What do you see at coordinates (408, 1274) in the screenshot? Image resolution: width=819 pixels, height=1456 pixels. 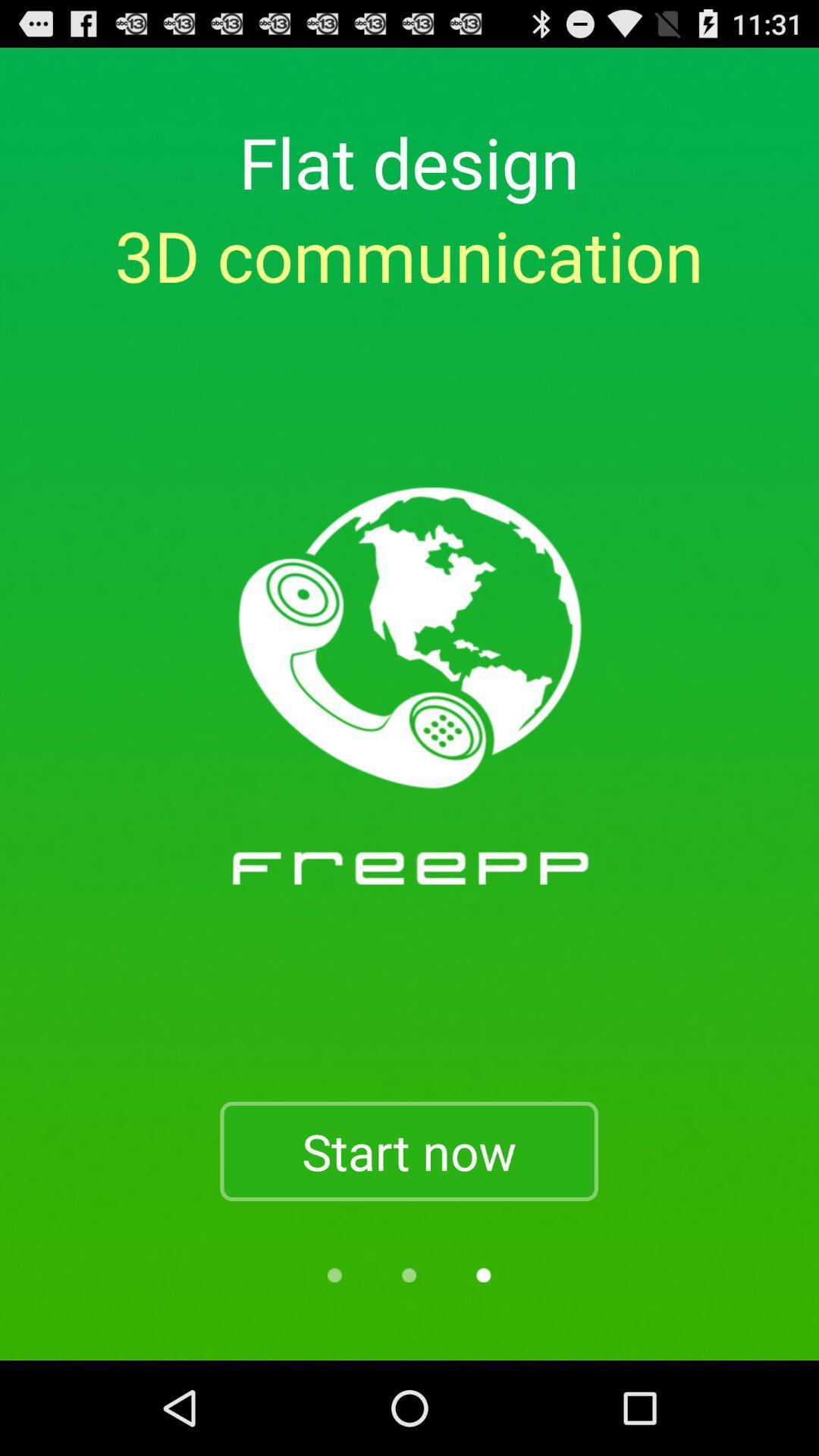 I see `previous slide` at bounding box center [408, 1274].